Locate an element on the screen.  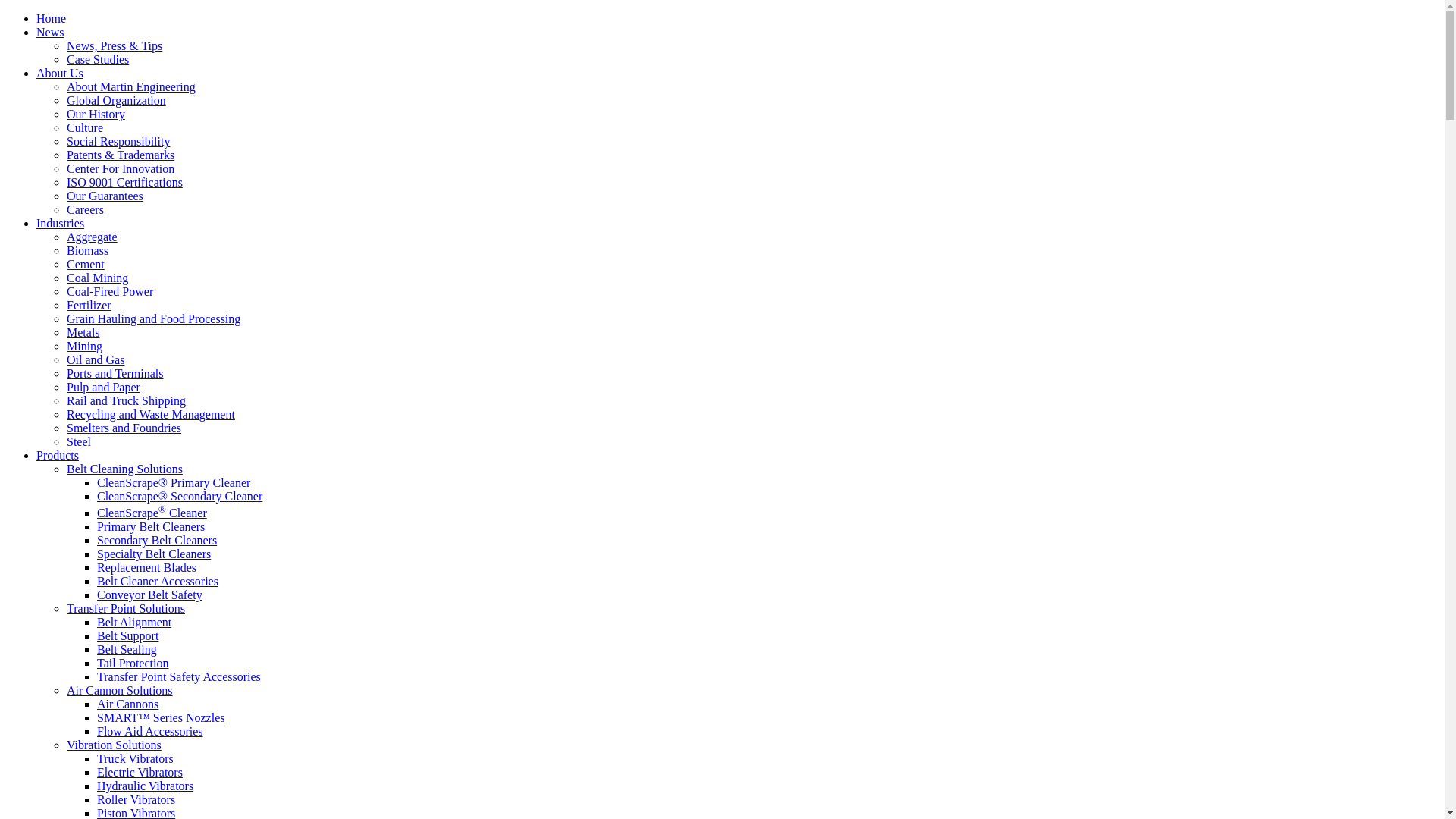
'Hydraulic Vibrators' is located at coordinates (145, 785).